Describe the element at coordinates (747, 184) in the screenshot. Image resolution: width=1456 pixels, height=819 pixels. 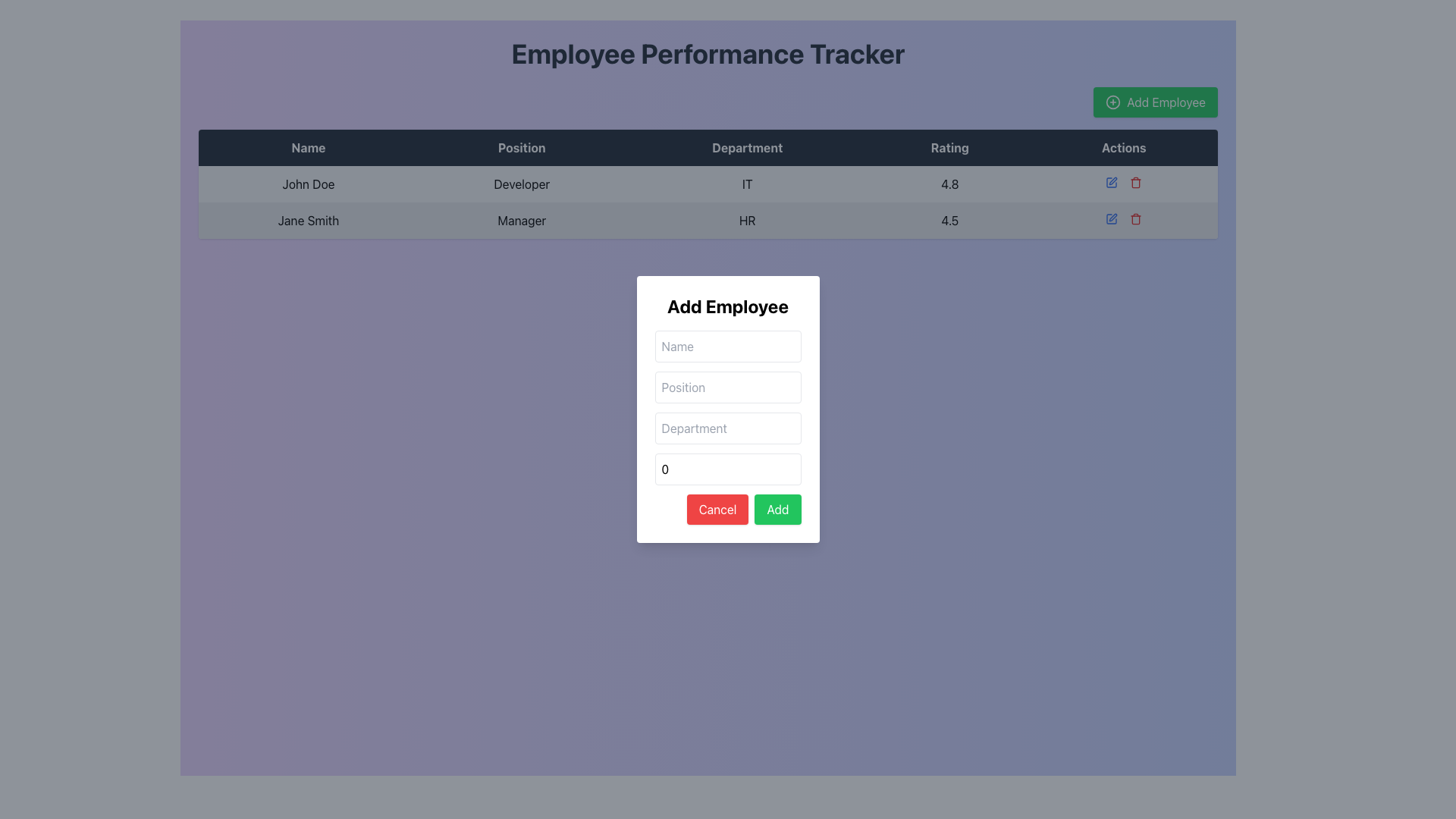
I see `the text cell displaying 'IT' in bold, which is located in the 'Department' column of the first data row in the table, positioned between the 'Developer' and '4.8' cells` at that location.